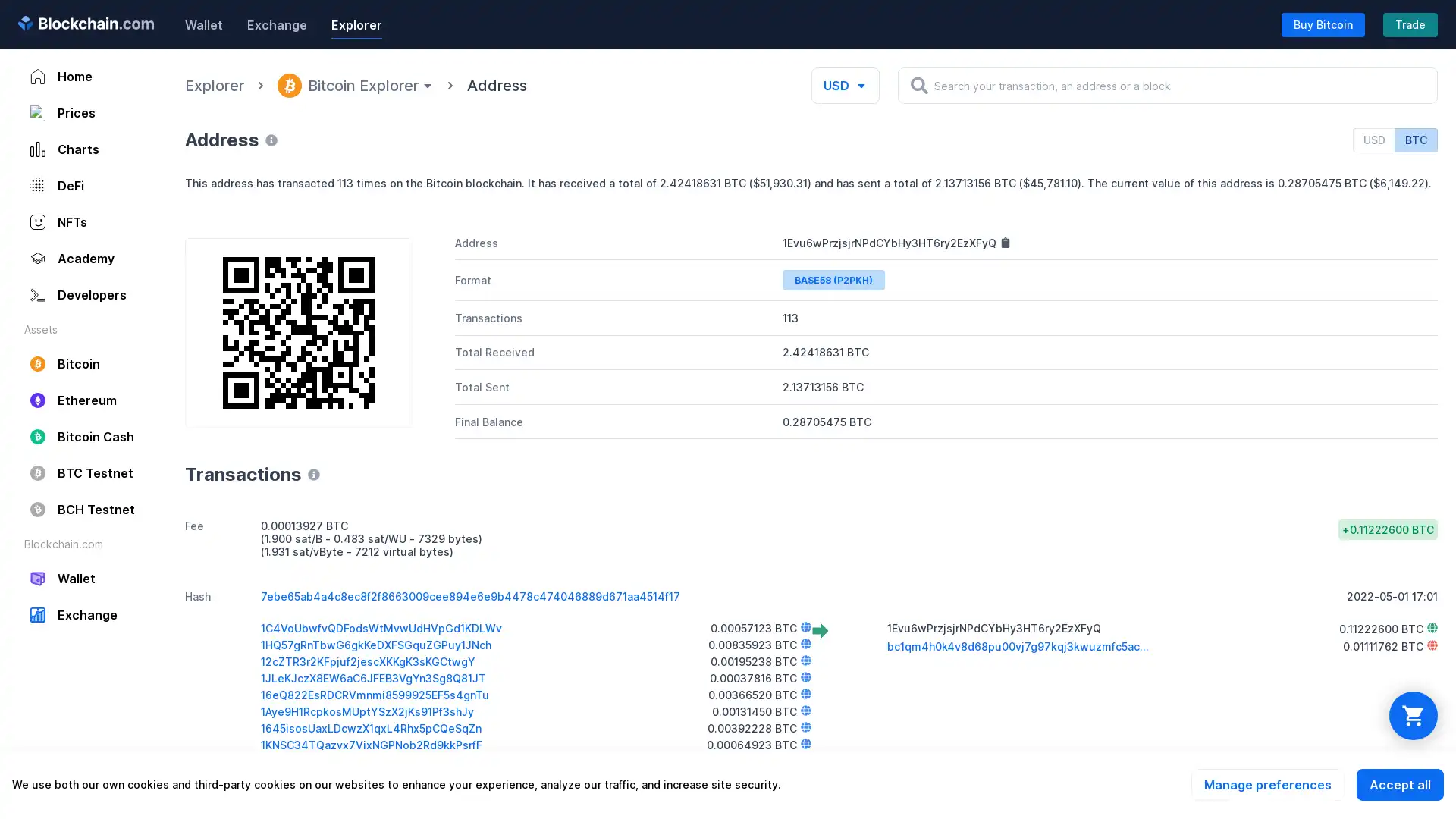 Image resolution: width=1456 pixels, height=819 pixels. What do you see at coordinates (1410, 24) in the screenshot?
I see `Trade` at bounding box center [1410, 24].